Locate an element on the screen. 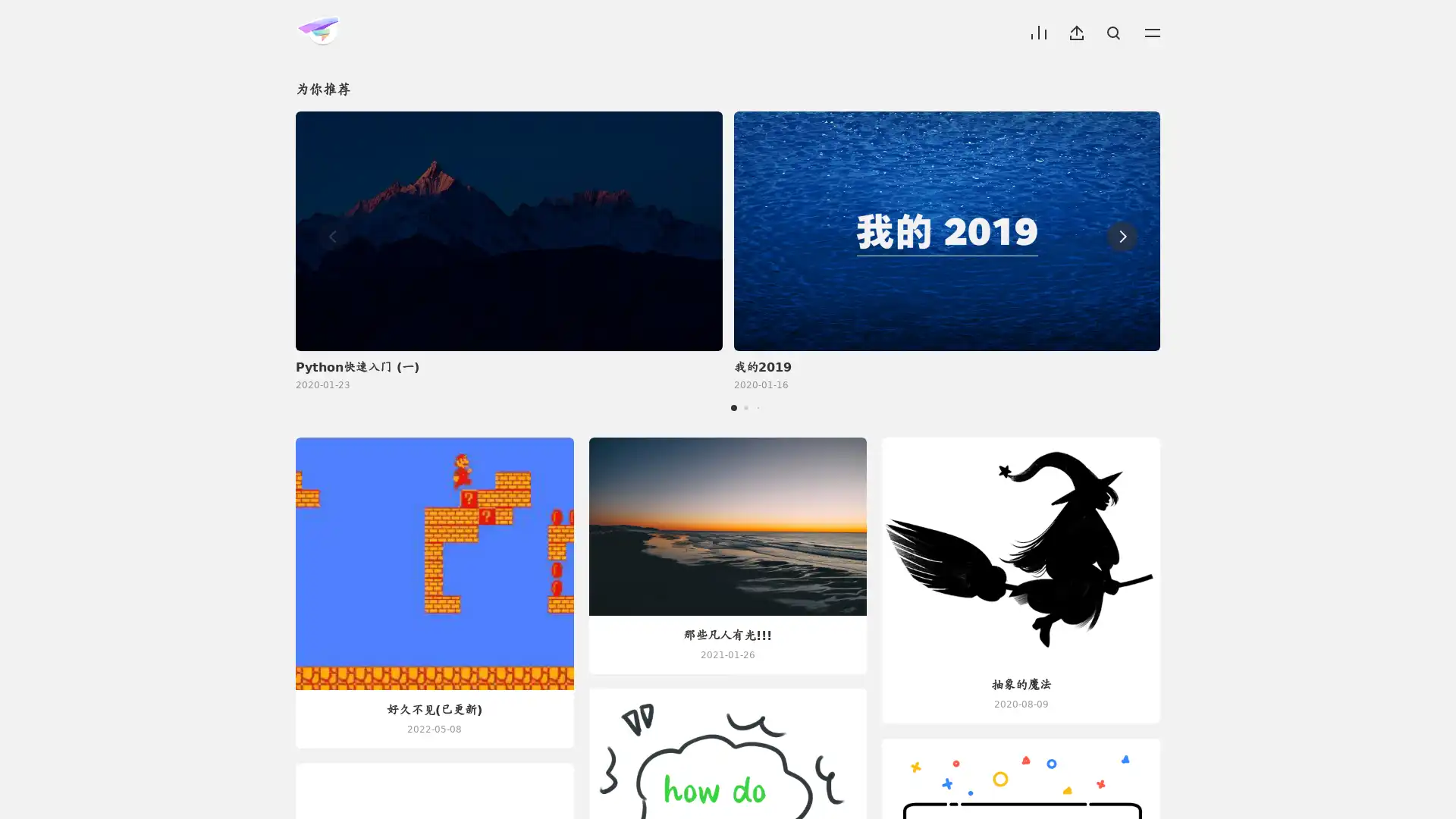 This screenshot has width=1456, height=819. Go to slide 1 is located at coordinates (733, 406).